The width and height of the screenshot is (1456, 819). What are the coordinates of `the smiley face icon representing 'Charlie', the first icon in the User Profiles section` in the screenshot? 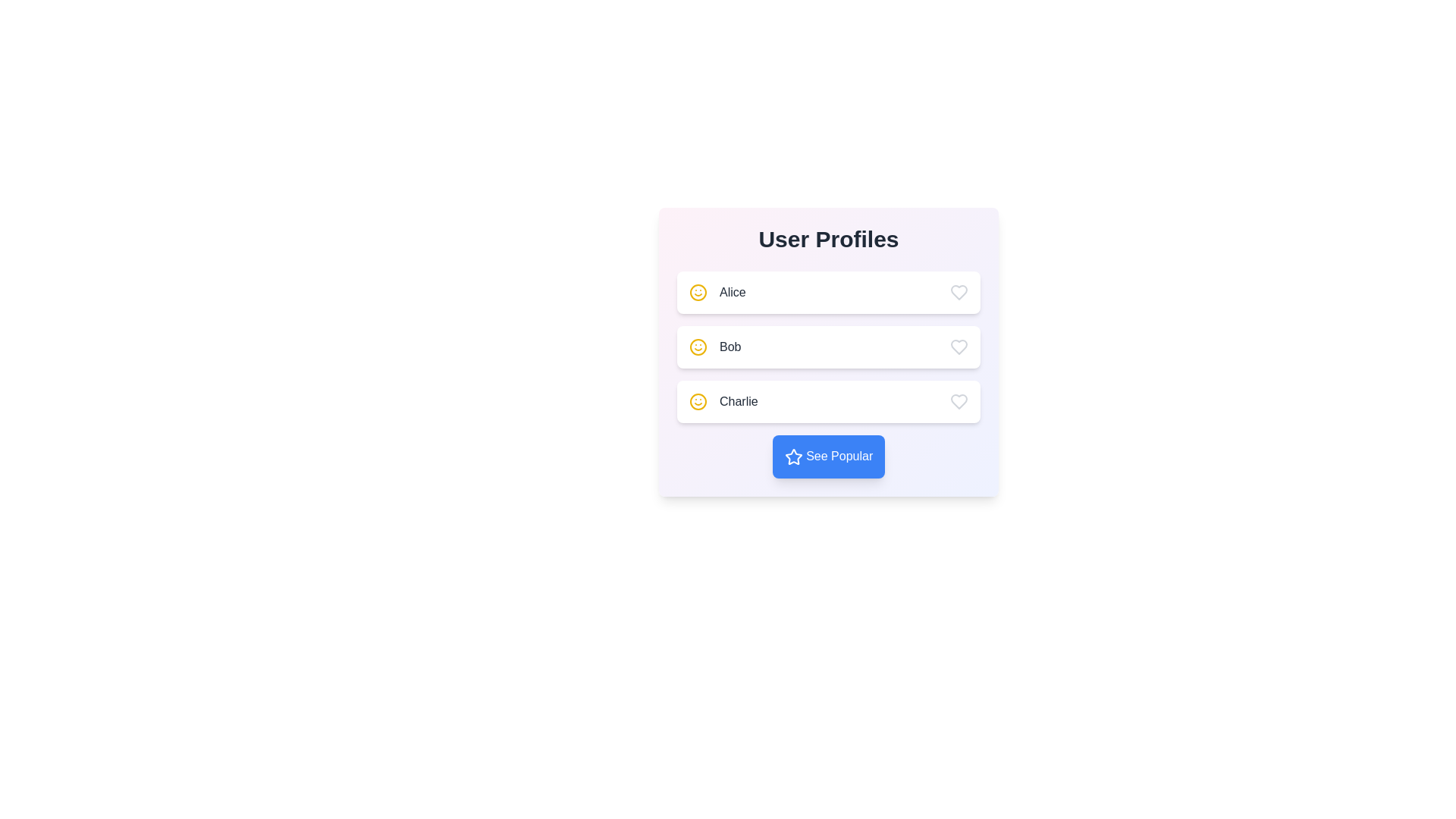 It's located at (698, 400).